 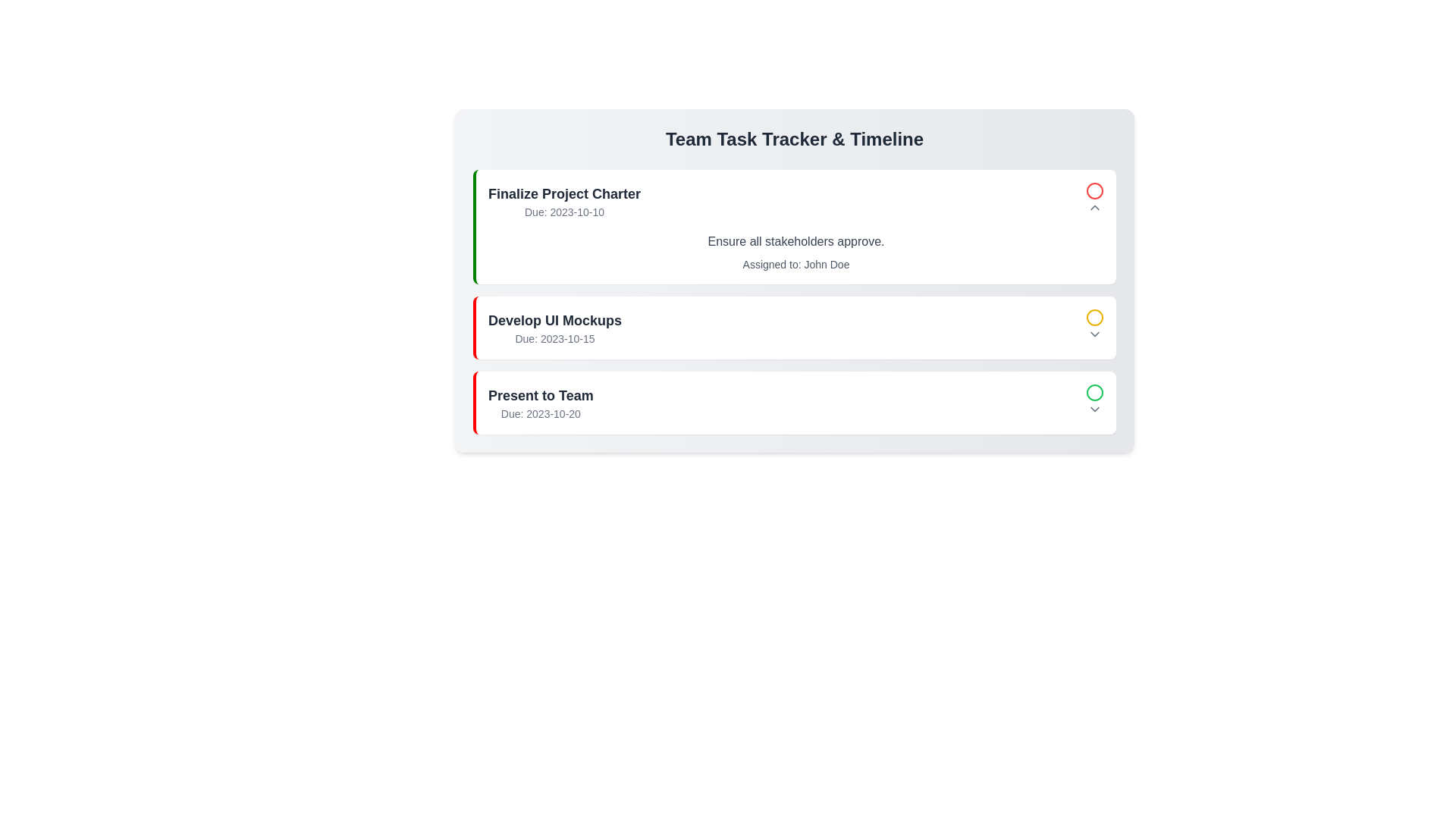 What do you see at coordinates (793, 327) in the screenshot?
I see `the second Task card in the list` at bounding box center [793, 327].